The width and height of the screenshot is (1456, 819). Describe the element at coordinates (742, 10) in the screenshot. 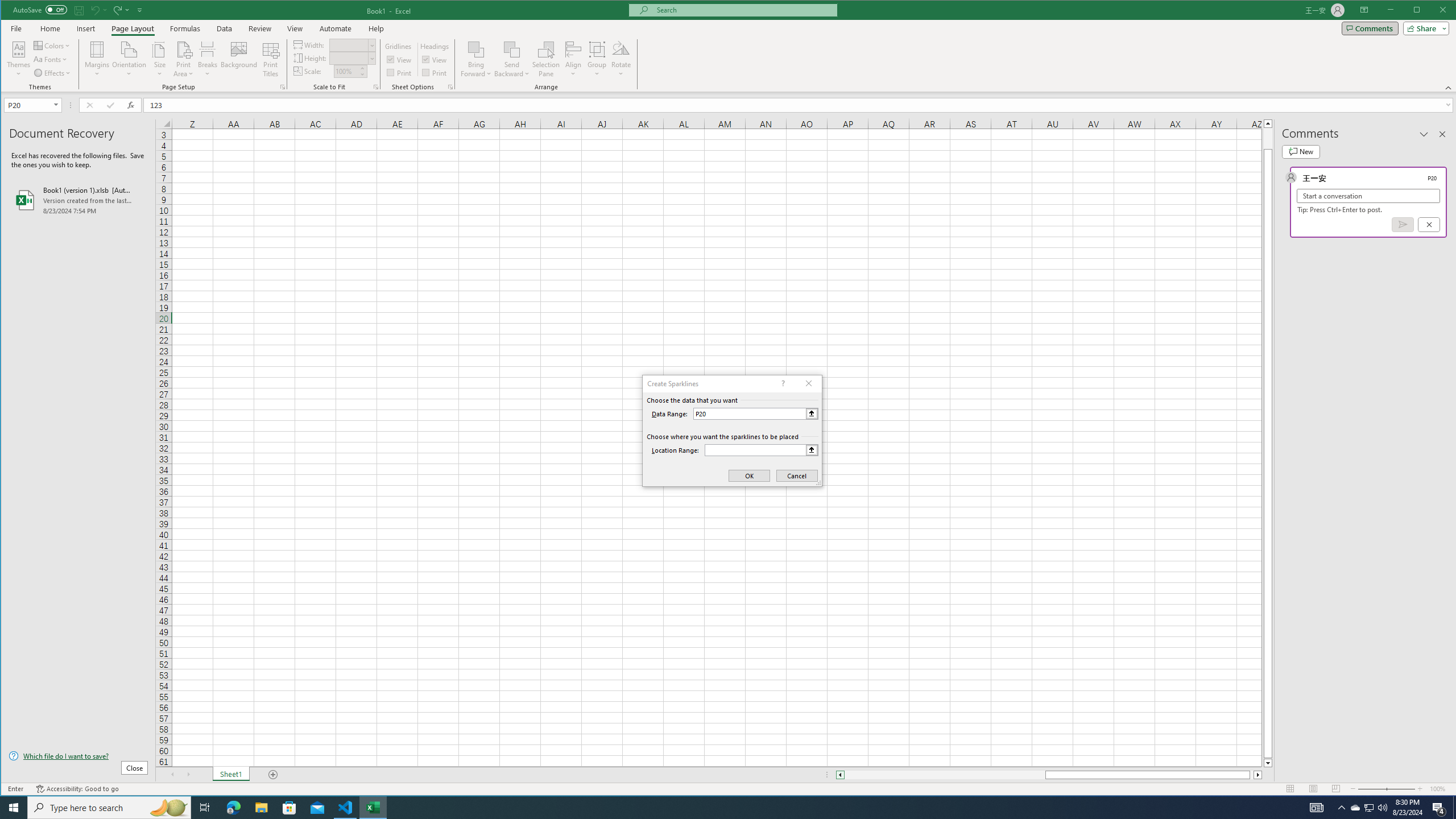

I see `'Microsoft search'` at that location.